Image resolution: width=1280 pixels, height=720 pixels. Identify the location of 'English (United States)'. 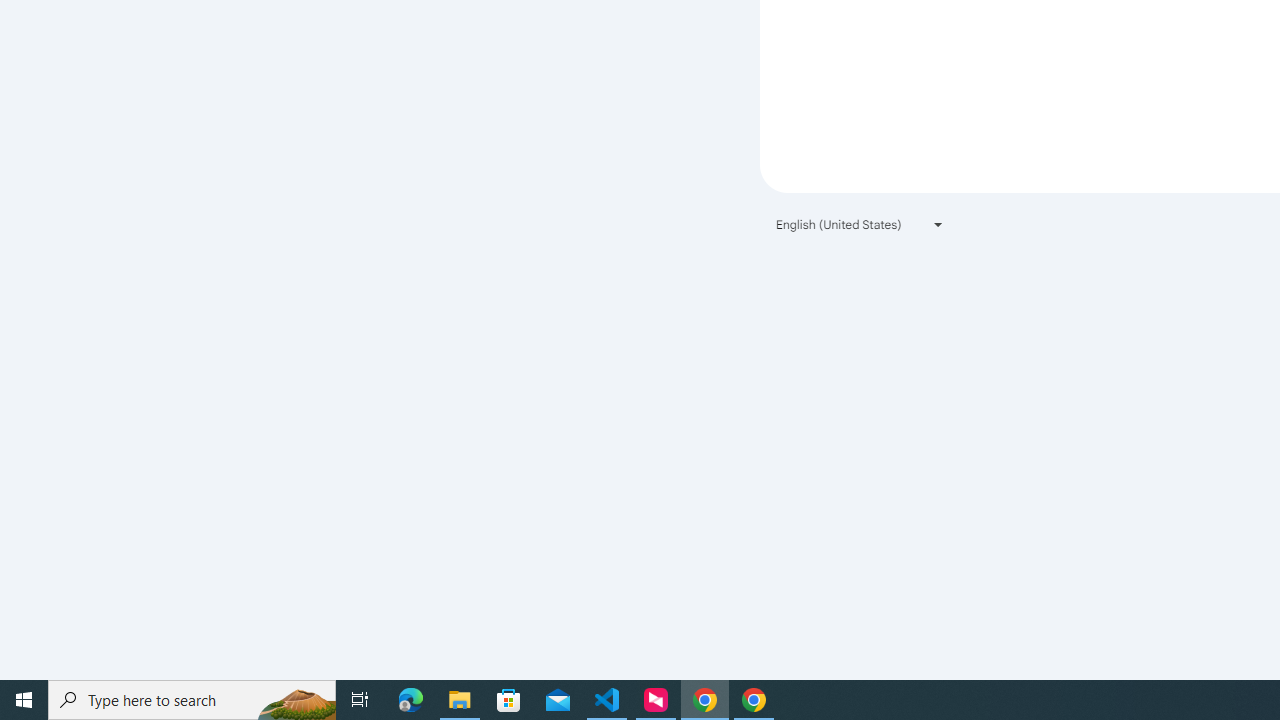
(860, 224).